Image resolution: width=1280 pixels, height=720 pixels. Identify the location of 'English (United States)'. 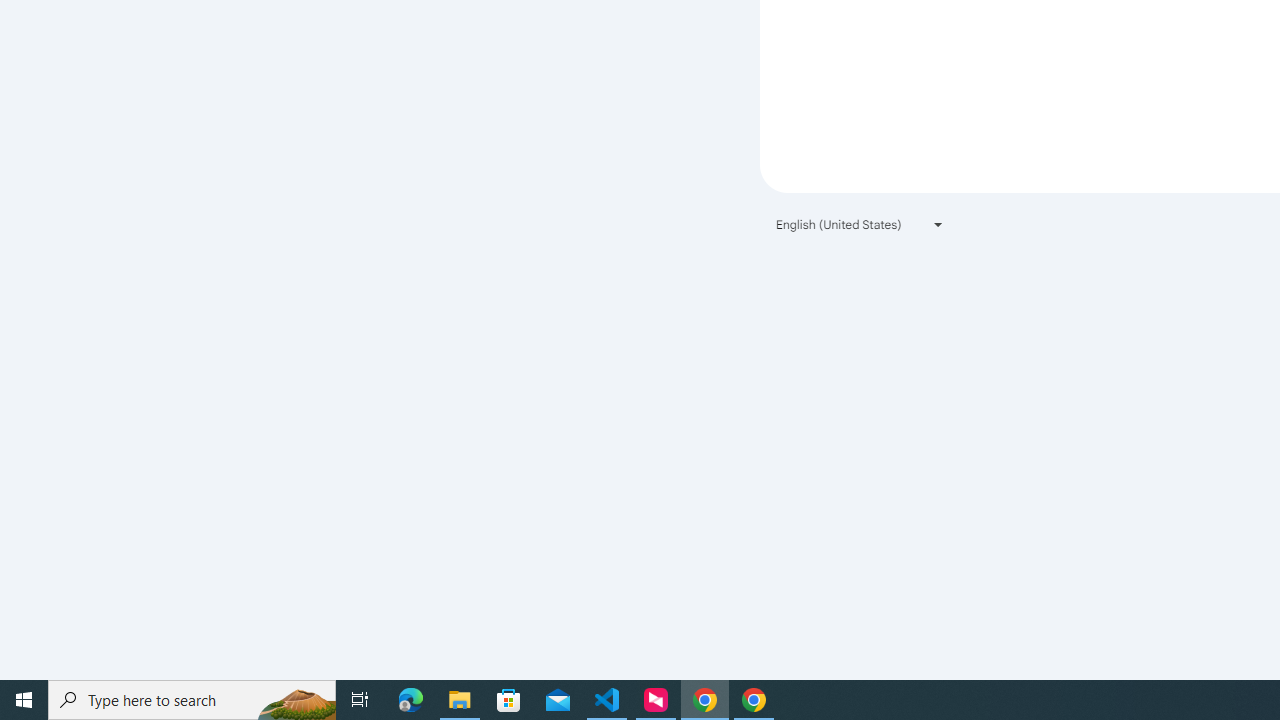
(860, 224).